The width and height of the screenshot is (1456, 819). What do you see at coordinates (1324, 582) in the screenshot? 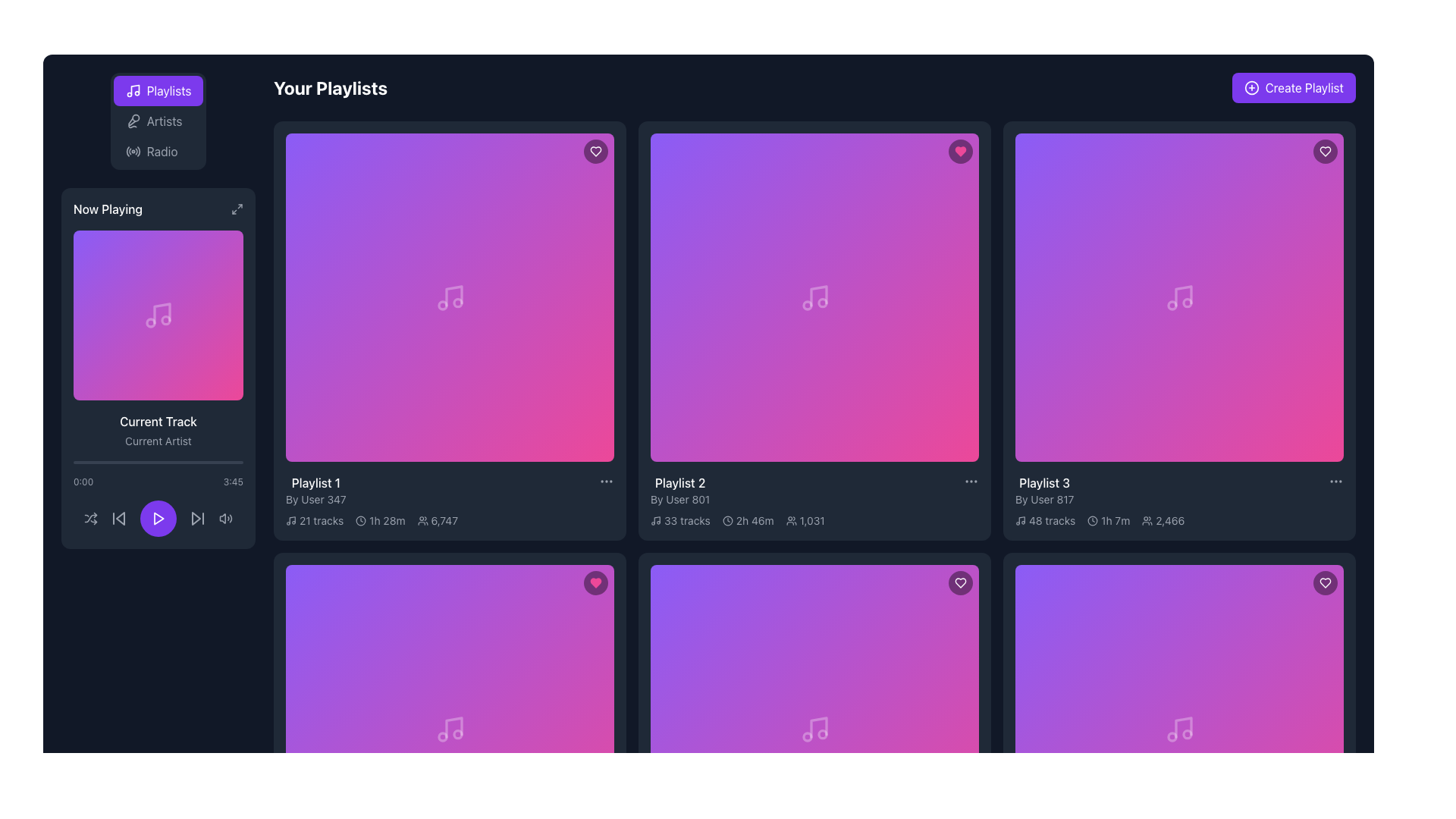
I see `the icon button in the top-right corner of the card titled 'Playlist 3'` at bounding box center [1324, 582].